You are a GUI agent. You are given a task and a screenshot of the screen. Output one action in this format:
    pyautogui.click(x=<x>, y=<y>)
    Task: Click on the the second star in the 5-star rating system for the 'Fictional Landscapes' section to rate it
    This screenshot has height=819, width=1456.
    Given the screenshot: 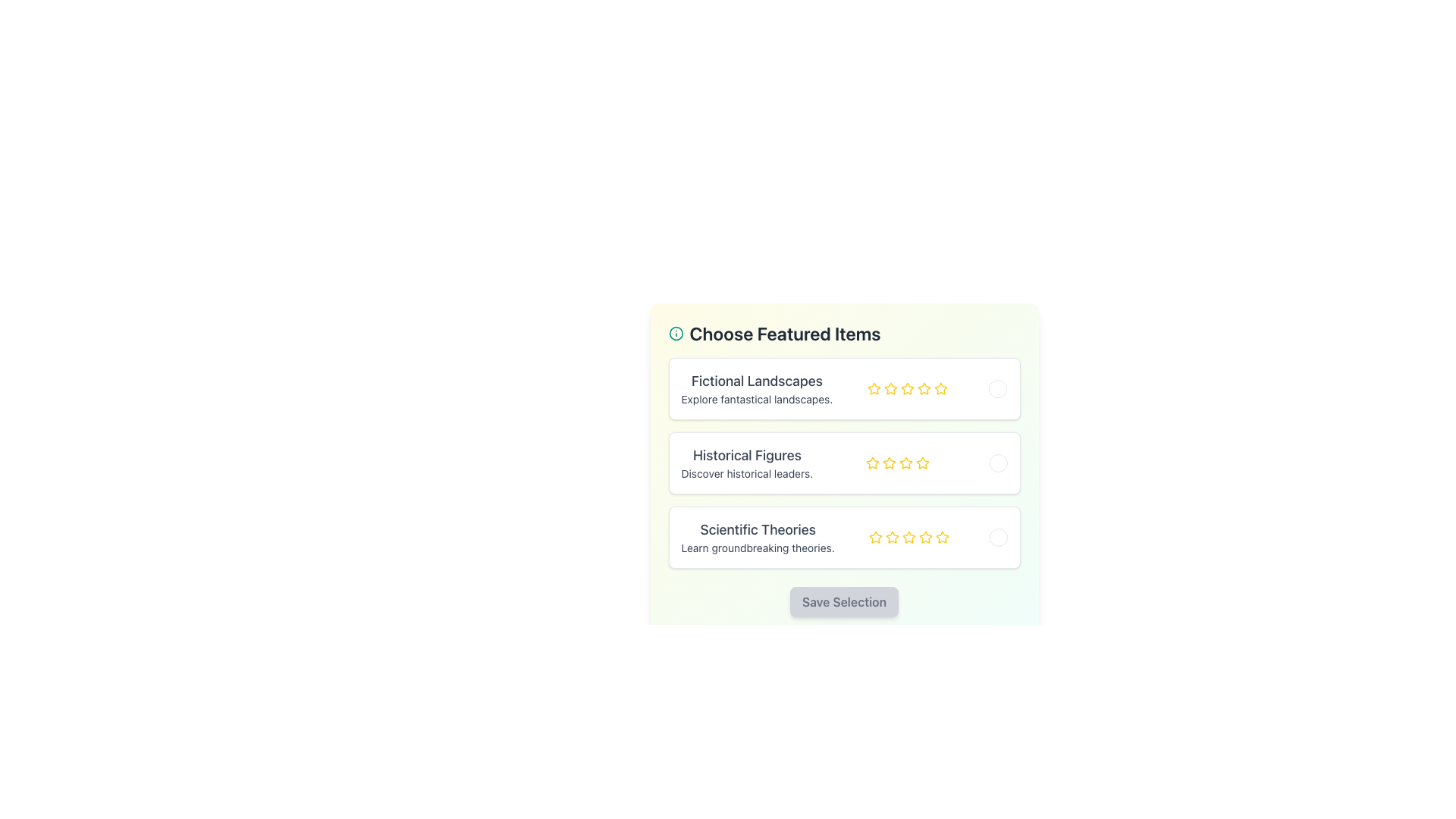 What is the action you would take?
    pyautogui.click(x=908, y=388)
    